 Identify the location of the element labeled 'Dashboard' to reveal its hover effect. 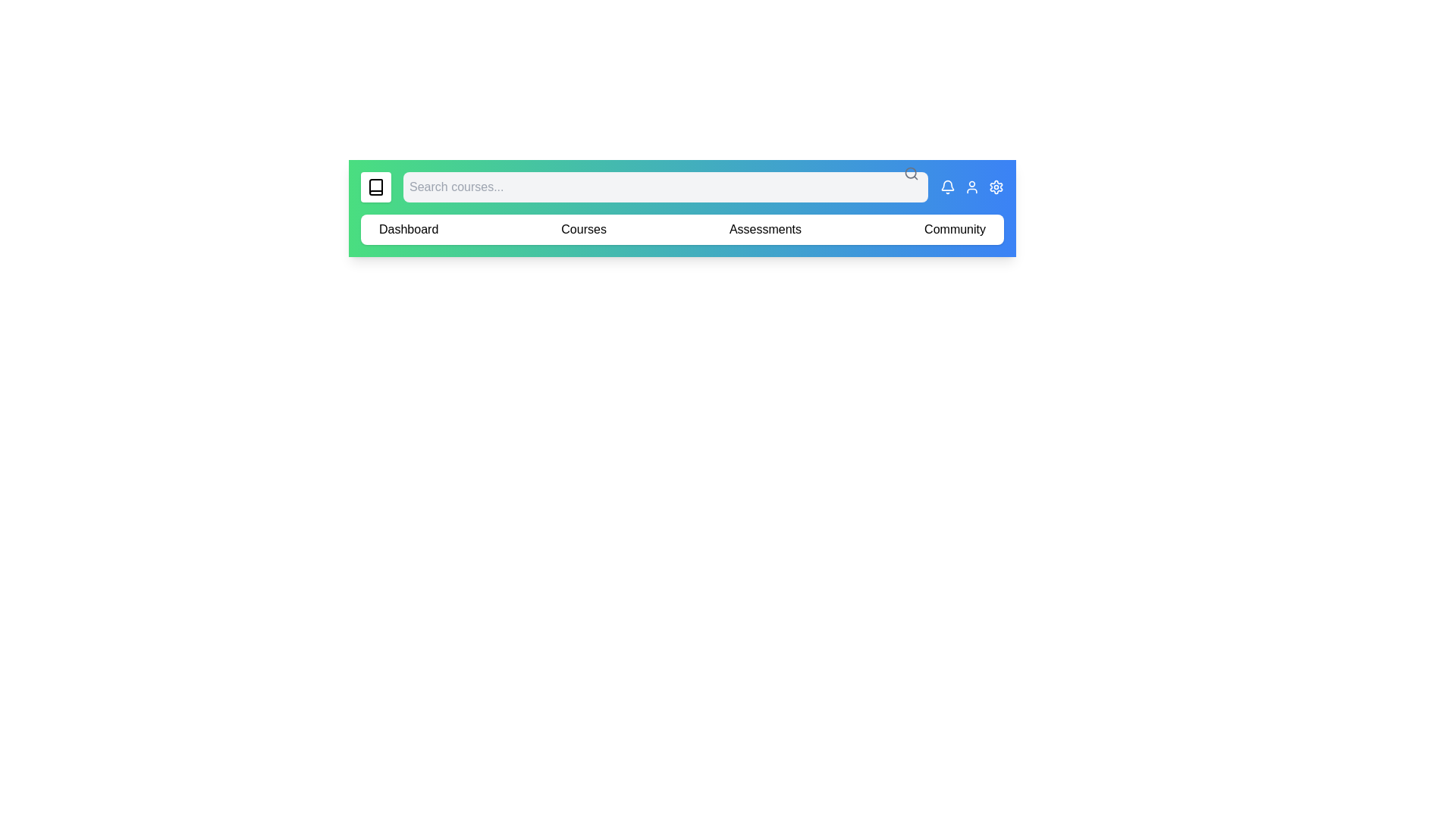
(408, 230).